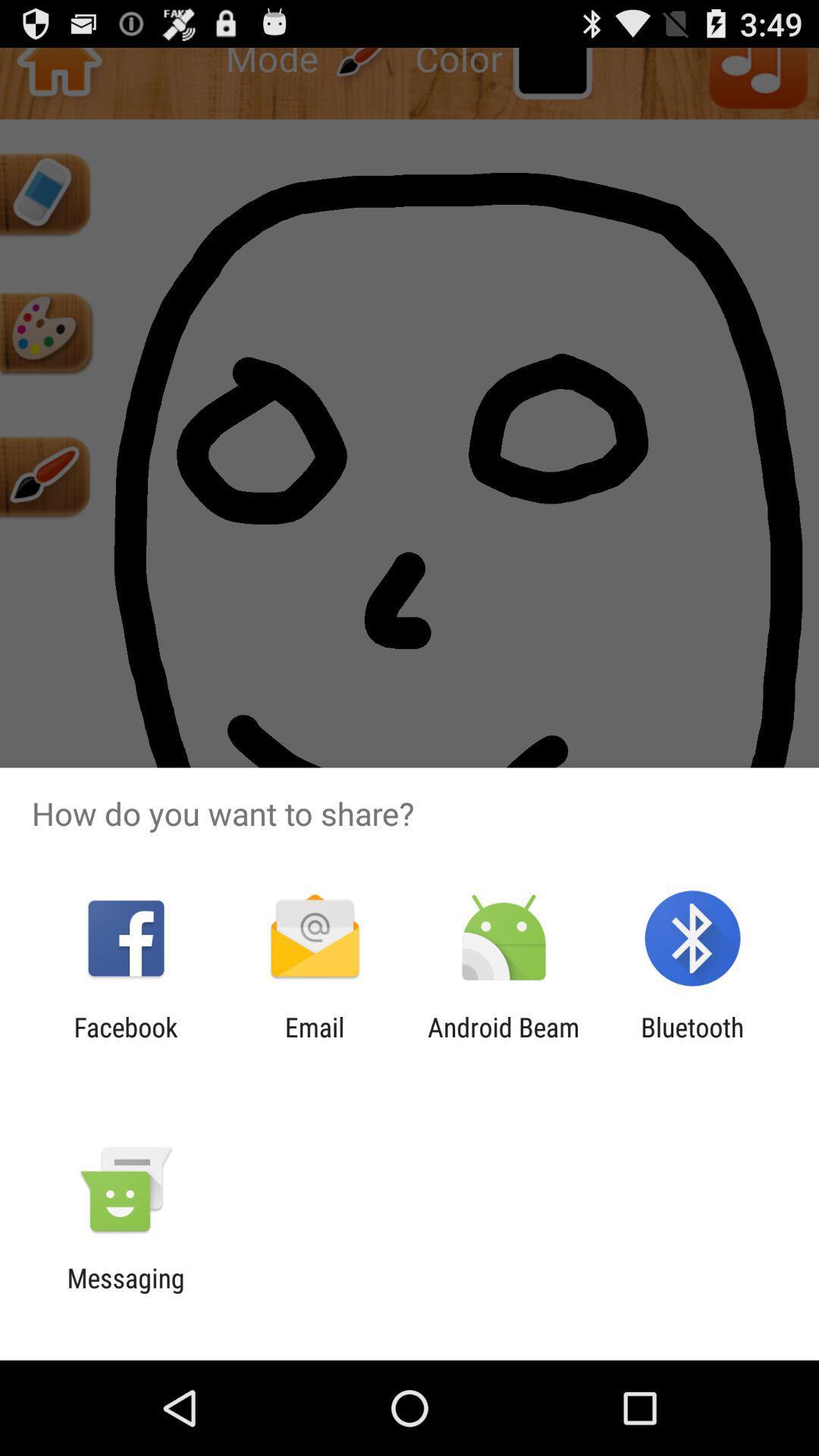  Describe the element at coordinates (314, 1042) in the screenshot. I see `icon next to the android beam` at that location.